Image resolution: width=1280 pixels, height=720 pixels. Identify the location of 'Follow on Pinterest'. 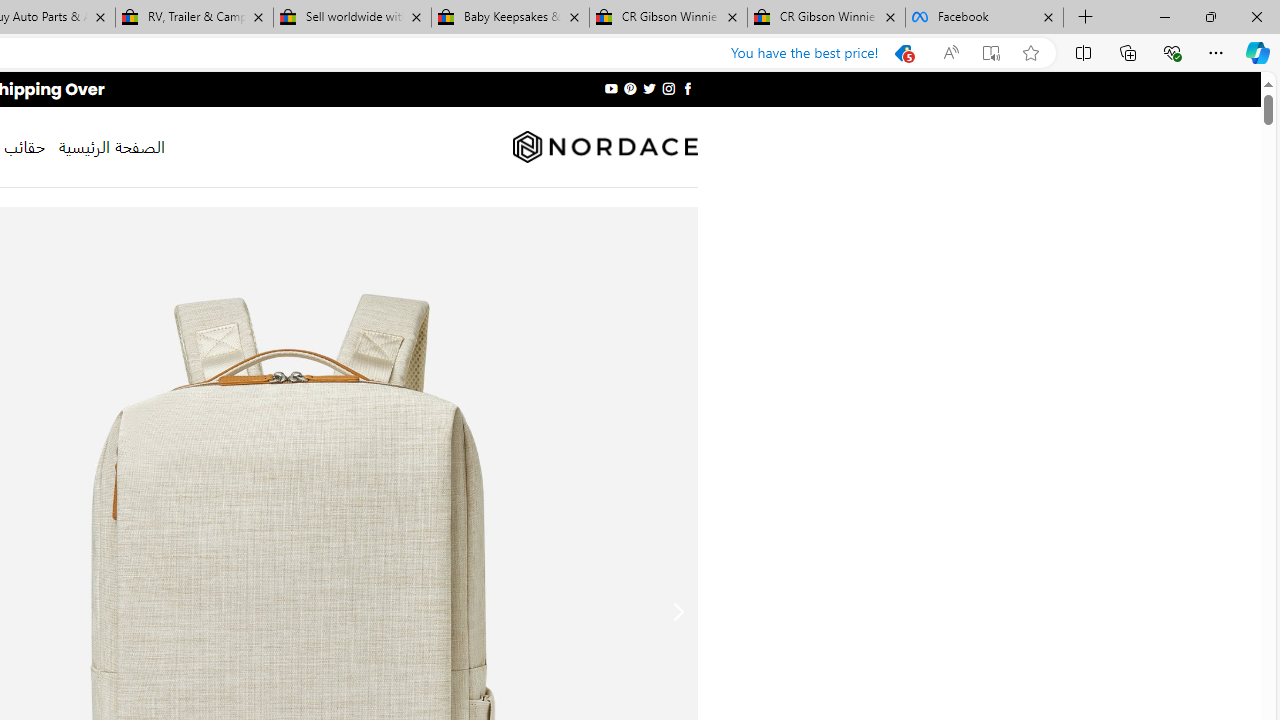
(630, 88).